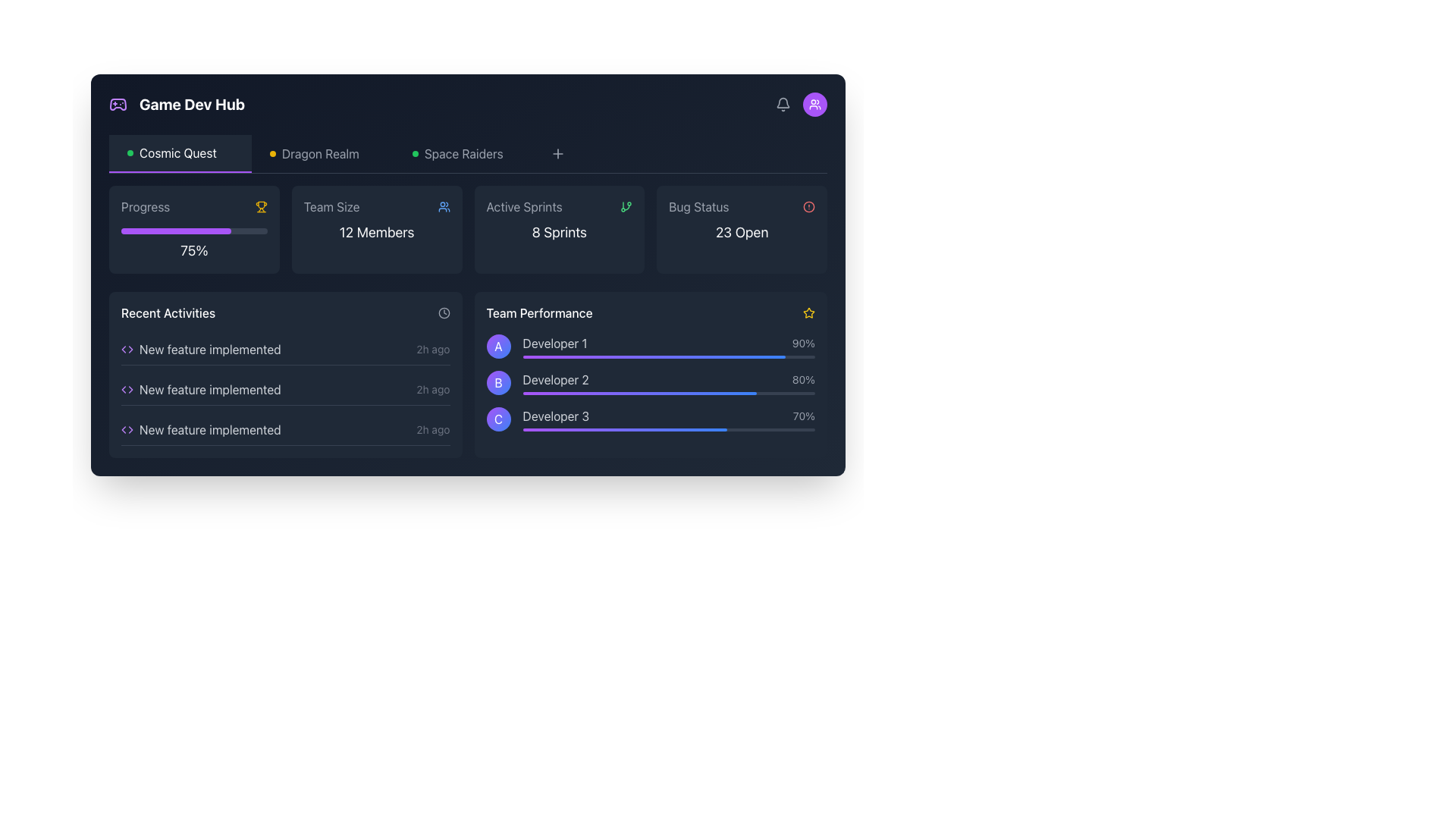 This screenshot has width=1456, height=819. What do you see at coordinates (668, 430) in the screenshot?
I see `the progress visually on the horizontal progress bar located at the bottom-right of the interface within the 'Team Performance' section for 'Developer 3'` at bounding box center [668, 430].